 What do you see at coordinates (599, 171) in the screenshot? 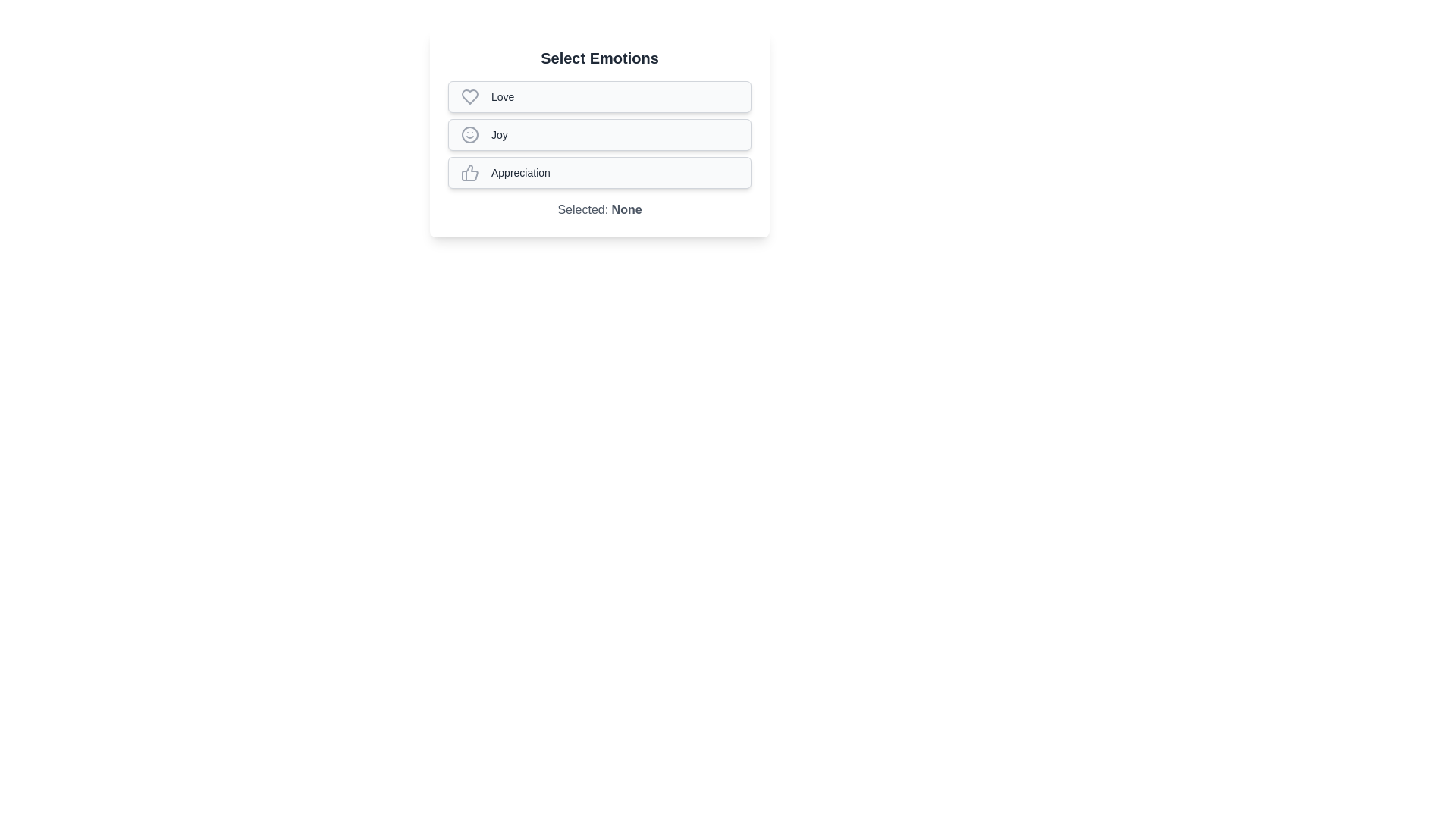
I see `the Appreciation chip` at bounding box center [599, 171].